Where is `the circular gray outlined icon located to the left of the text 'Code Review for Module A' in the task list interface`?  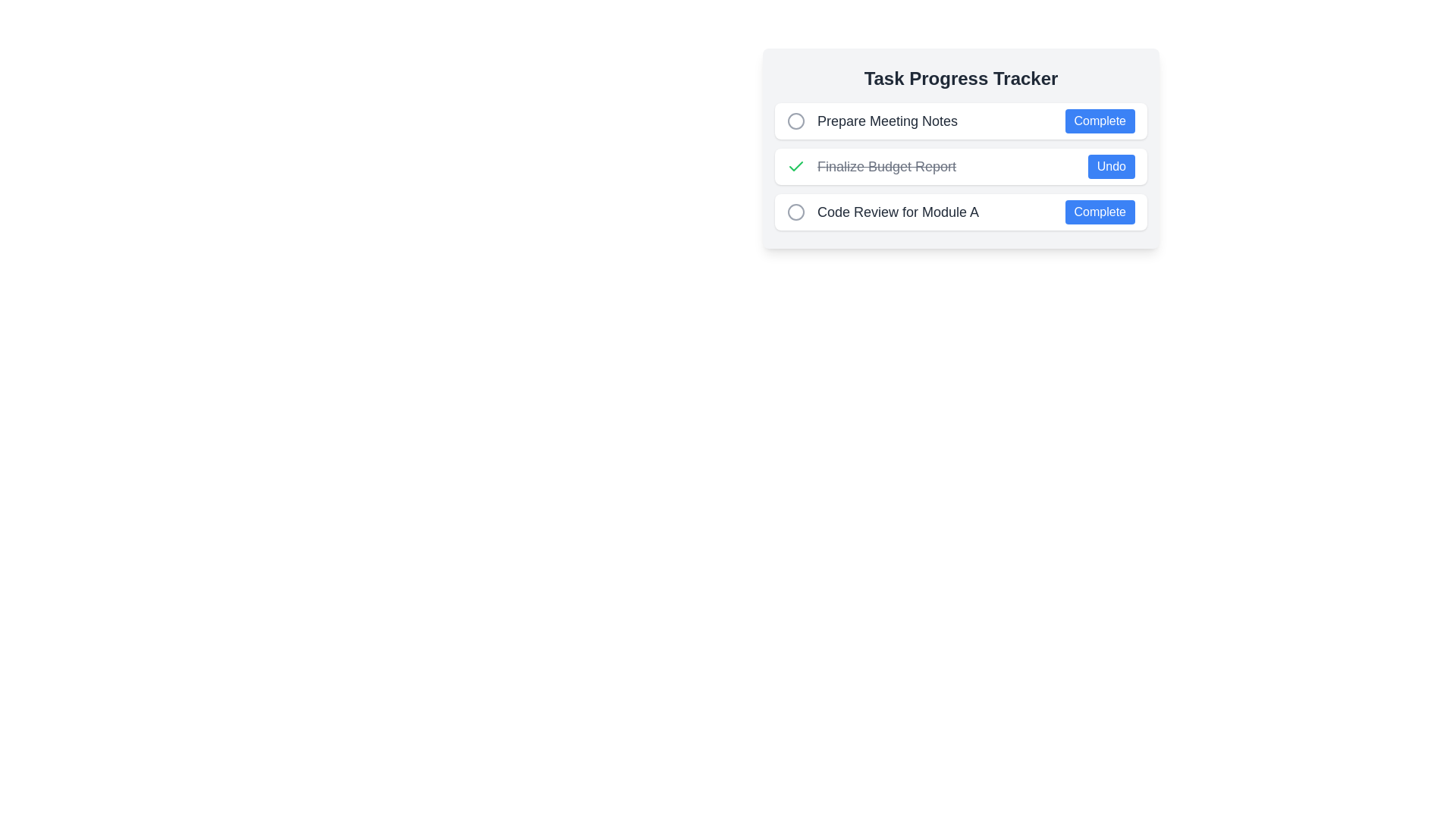 the circular gray outlined icon located to the left of the text 'Code Review for Module A' in the task list interface is located at coordinates (795, 212).